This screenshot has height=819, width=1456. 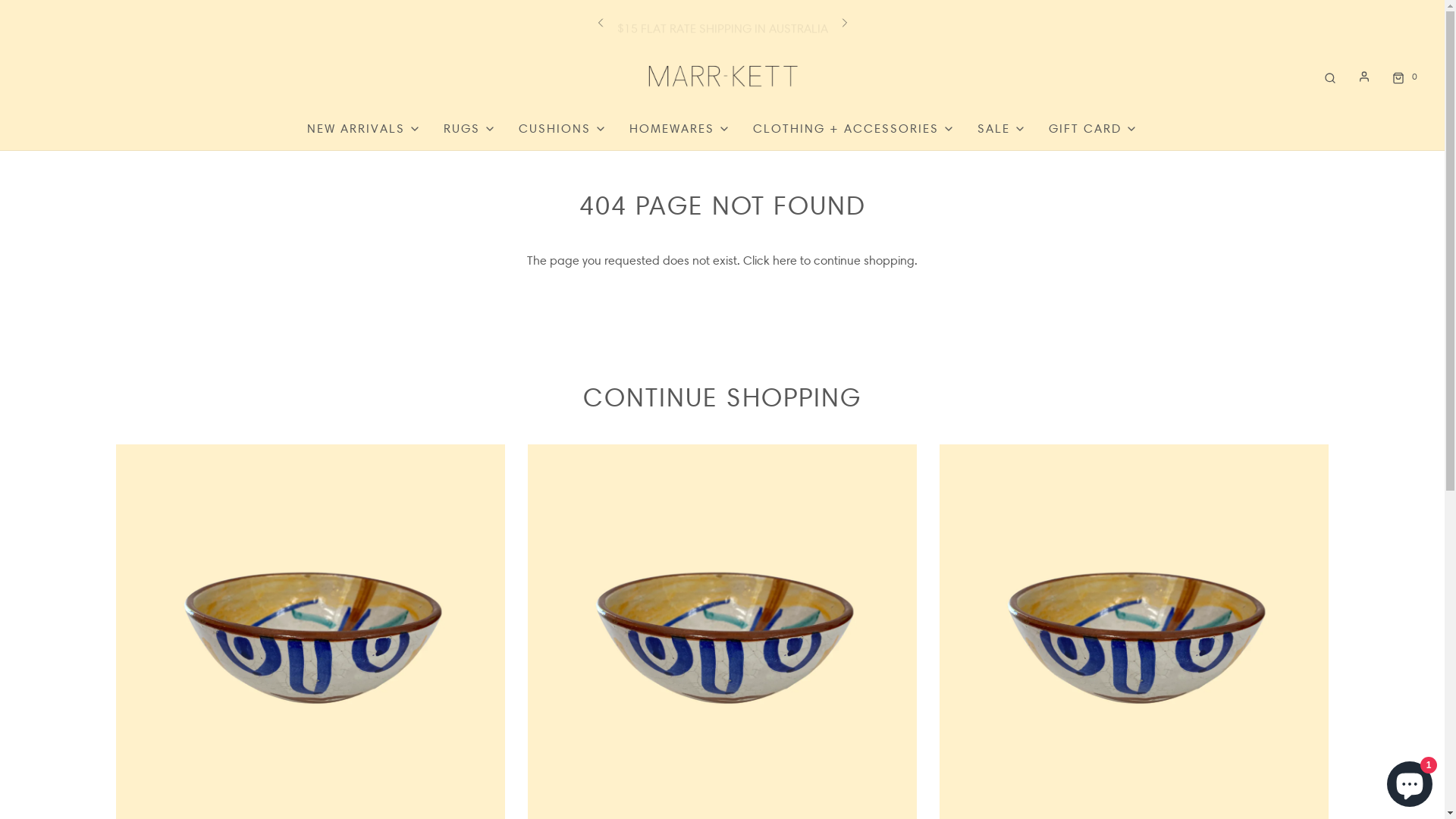 What do you see at coordinates (364, 127) in the screenshot?
I see `'NEW ARRIVALS'` at bounding box center [364, 127].